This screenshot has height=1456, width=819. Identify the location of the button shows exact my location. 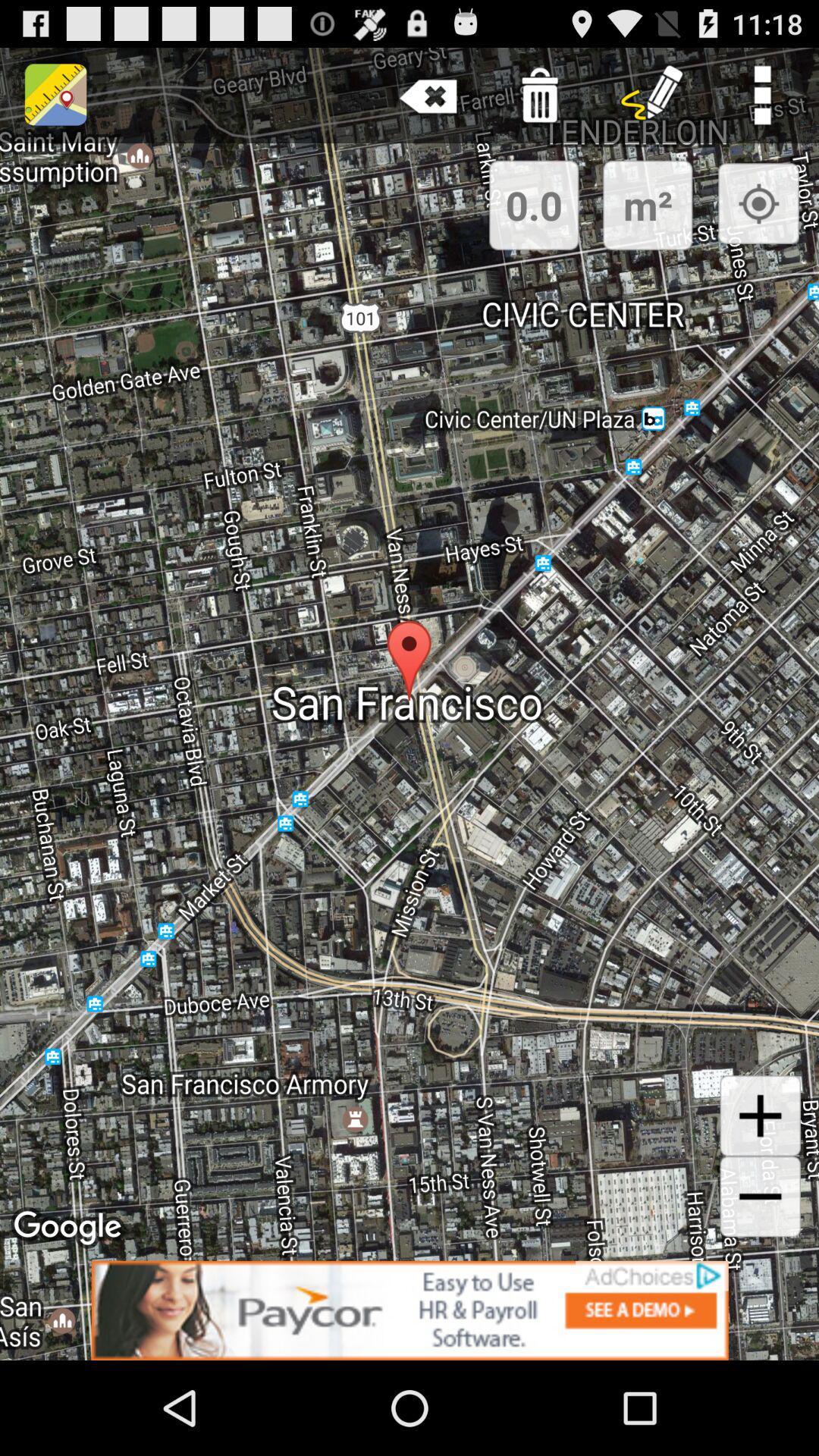
(758, 202).